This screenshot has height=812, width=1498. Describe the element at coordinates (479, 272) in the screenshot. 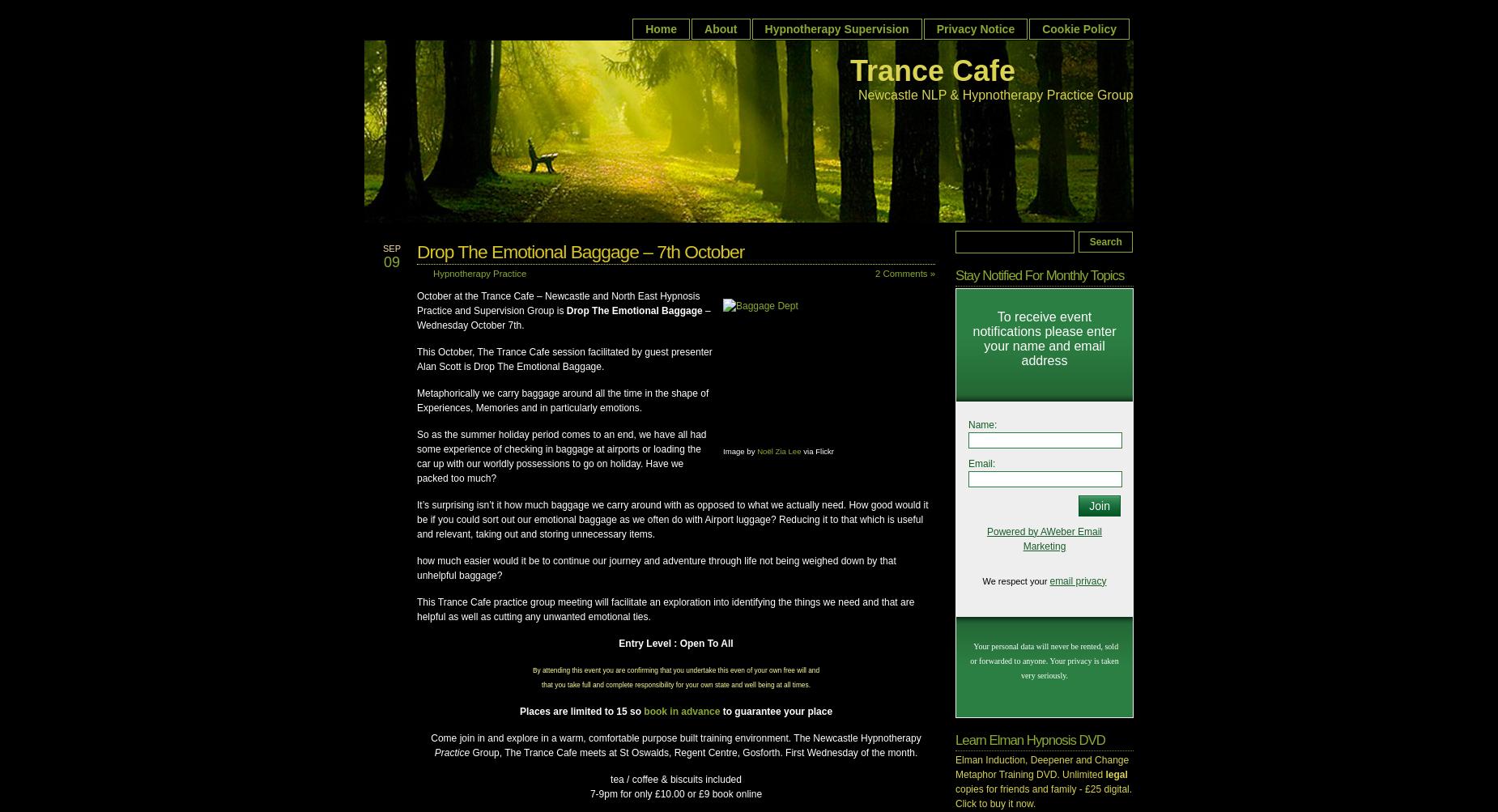

I see `'Hypnotherapy Practice'` at that location.